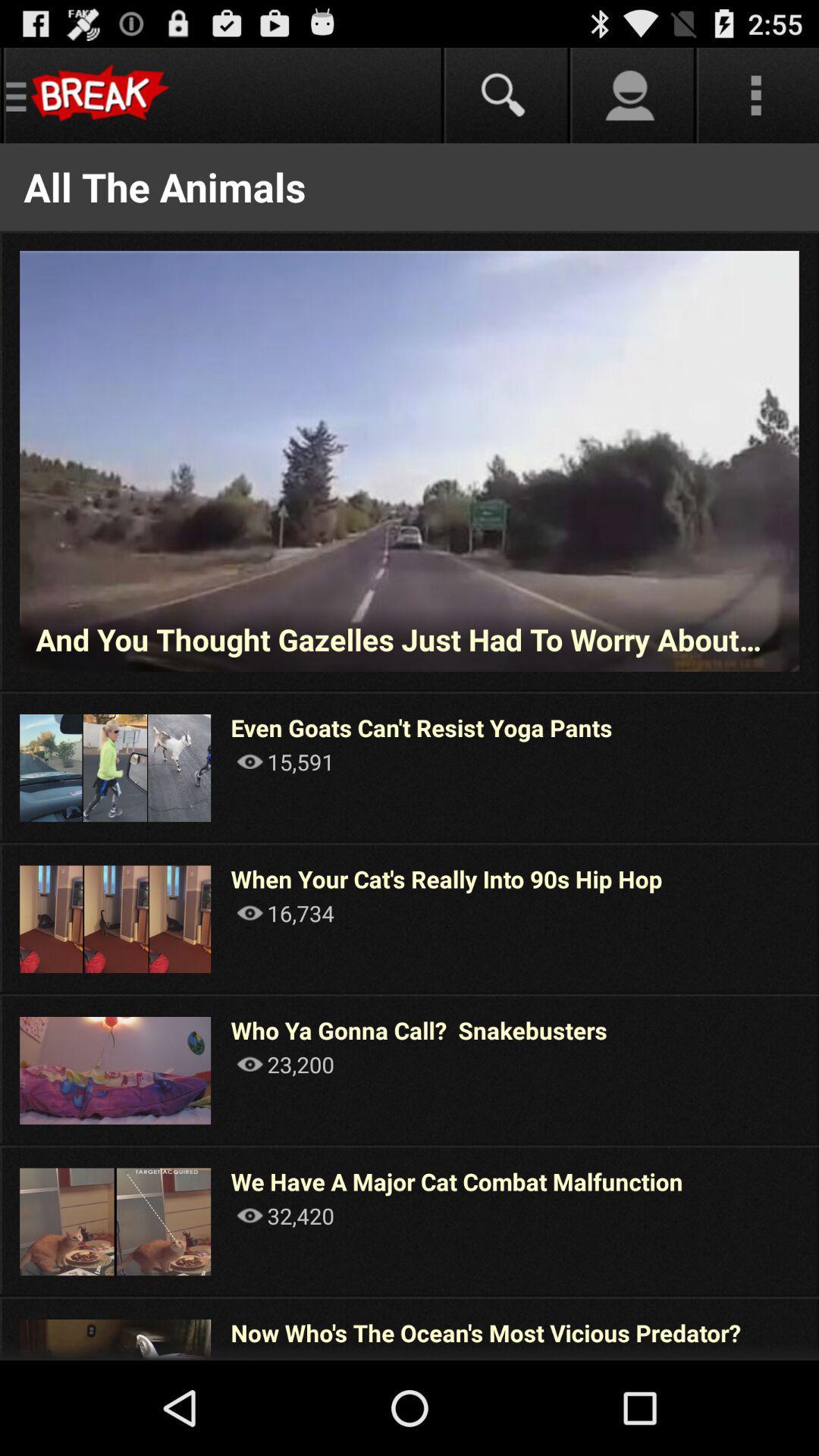 Image resolution: width=819 pixels, height=1456 pixels. I want to click on the 16,734 icon, so click(285, 912).